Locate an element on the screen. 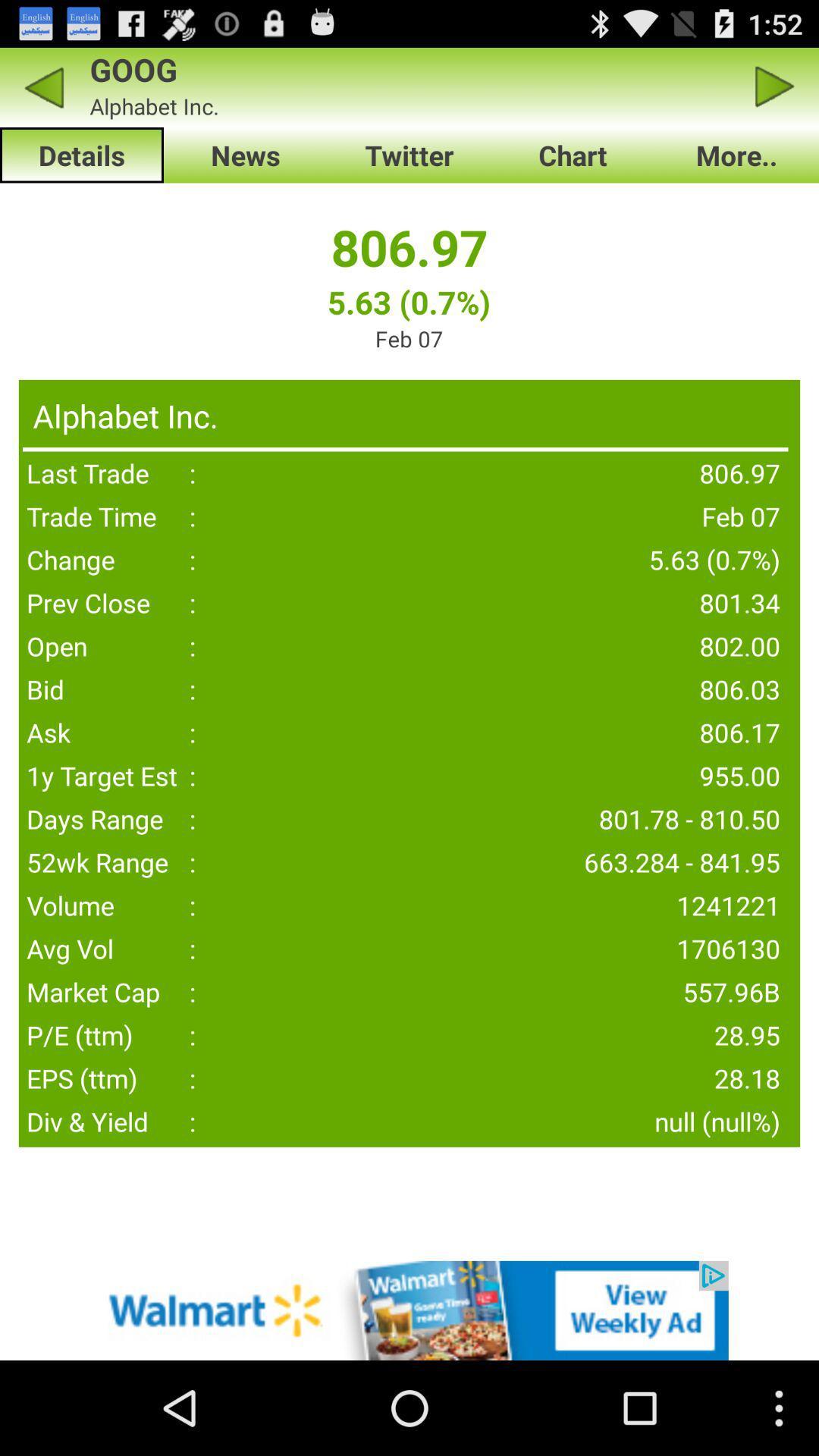 Image resolution: width=819 pixels, height=1456 pixels. advertisement page is located at coordinates (409, 1310).